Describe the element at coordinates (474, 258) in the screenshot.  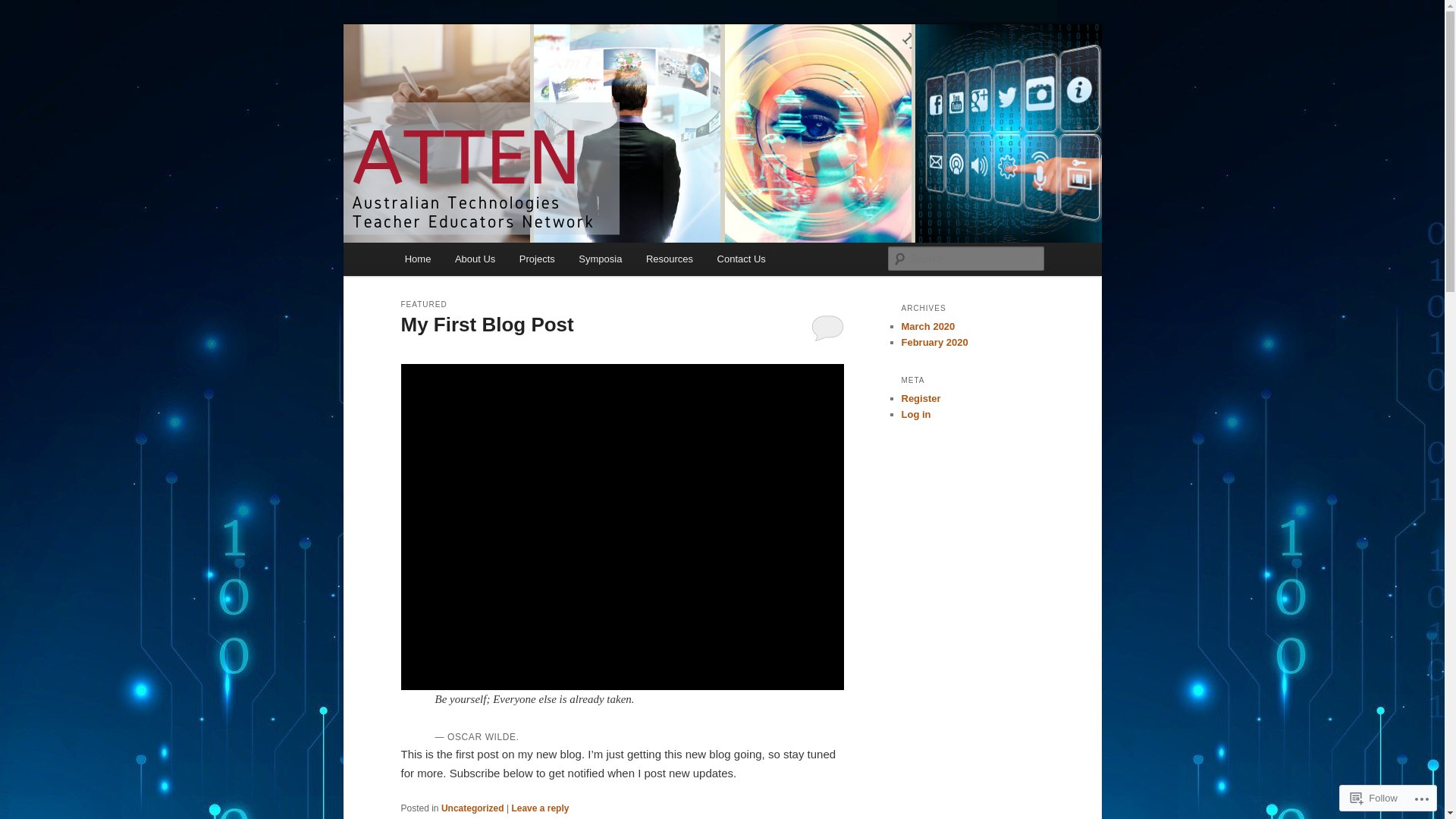
I see `'About Us'` at that location.